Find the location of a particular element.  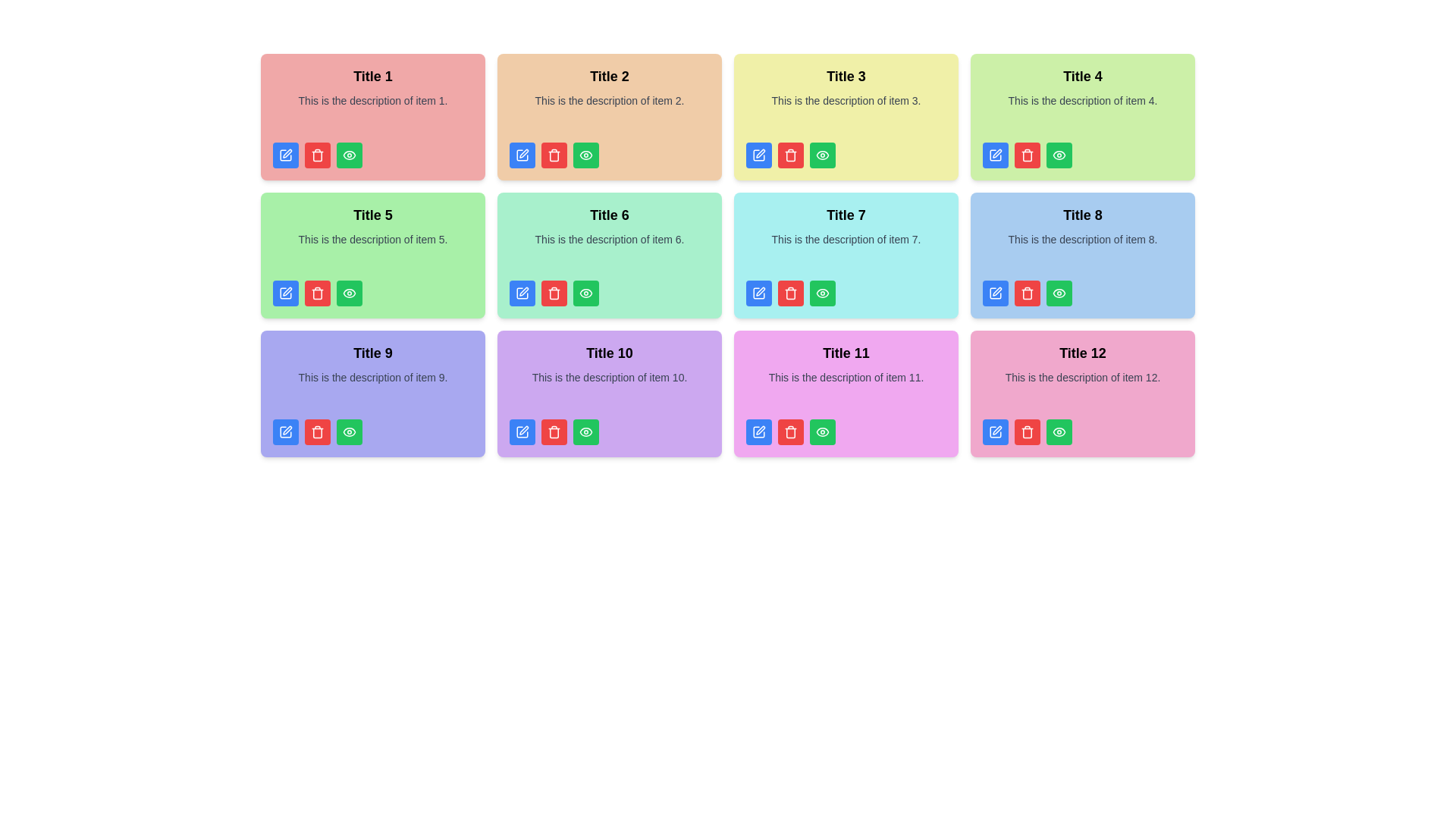

the red delete button with a trash can icon, which is the middle button among three horizontally aligned buttons, to initiate the delete action is located at coordinates (1027, 293).